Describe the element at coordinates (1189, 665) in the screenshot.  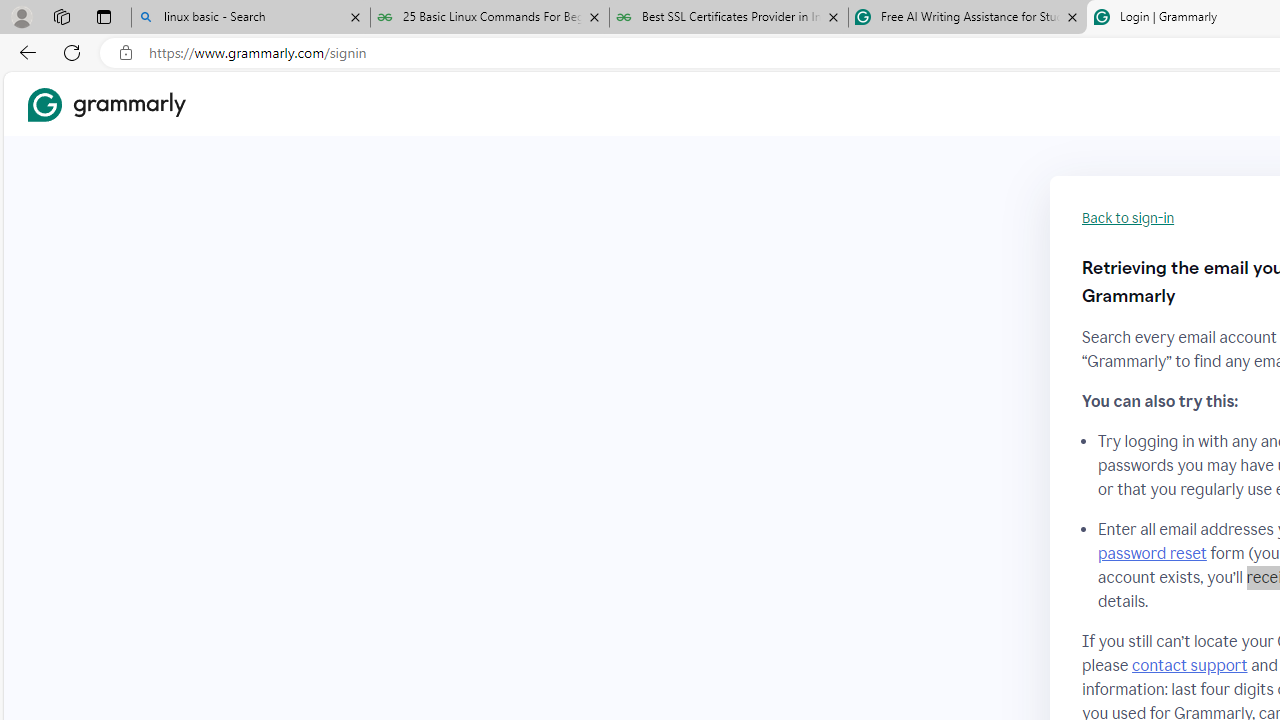
I see `'contact support'` at that location.